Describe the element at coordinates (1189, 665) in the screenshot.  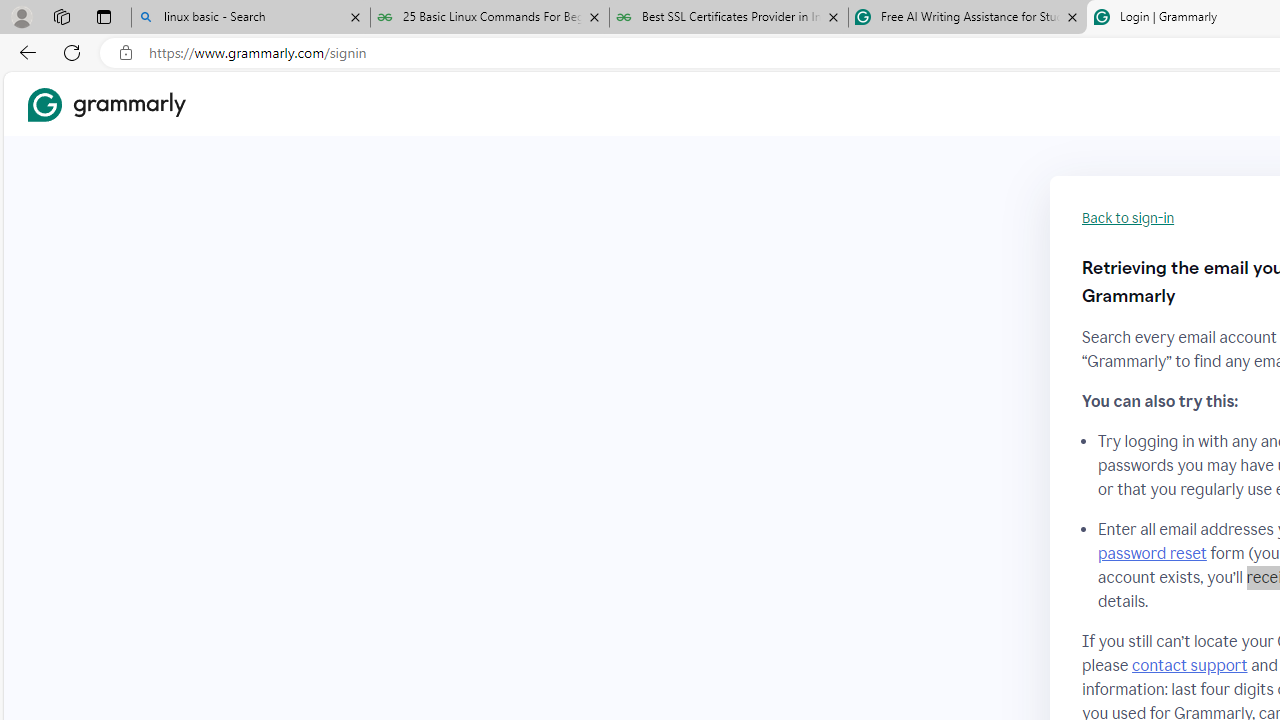
I see `'contact support'` at that location.